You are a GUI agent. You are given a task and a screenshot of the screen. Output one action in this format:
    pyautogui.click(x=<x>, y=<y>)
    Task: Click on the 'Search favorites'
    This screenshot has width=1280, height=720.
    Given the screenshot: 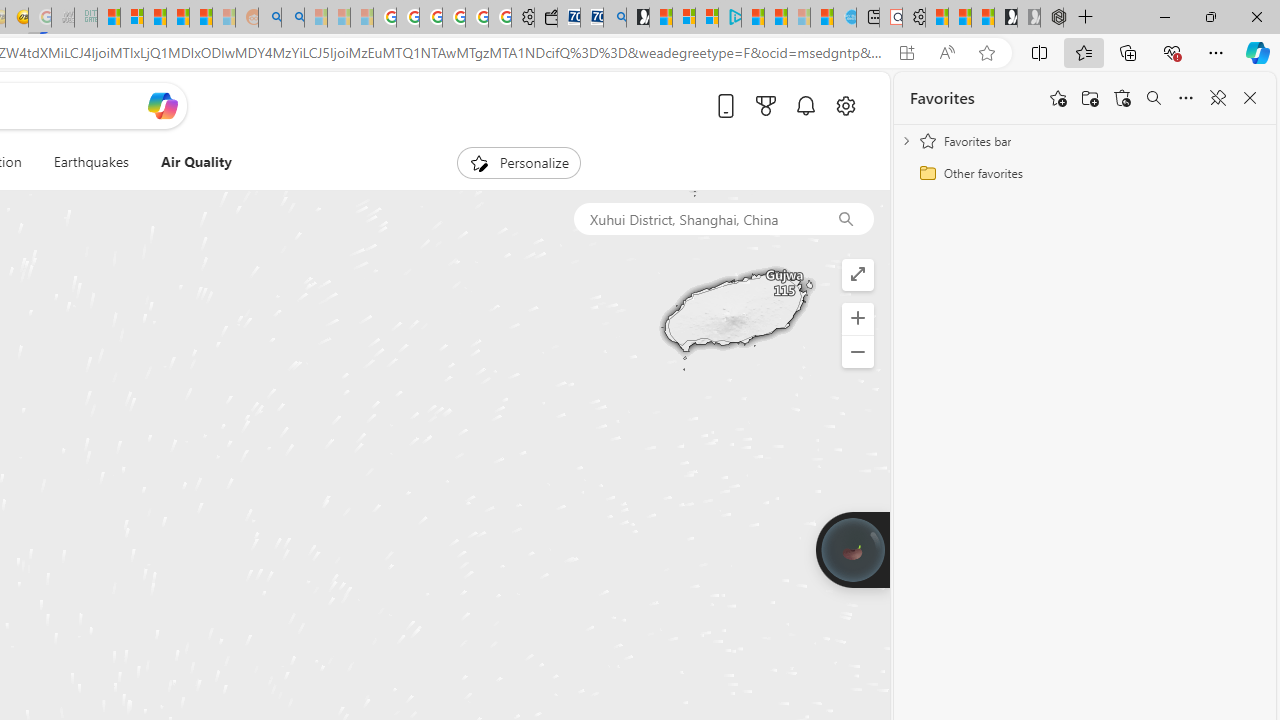 What is the action you would take?
    pyautogui.click(x=1153, y=98)
    